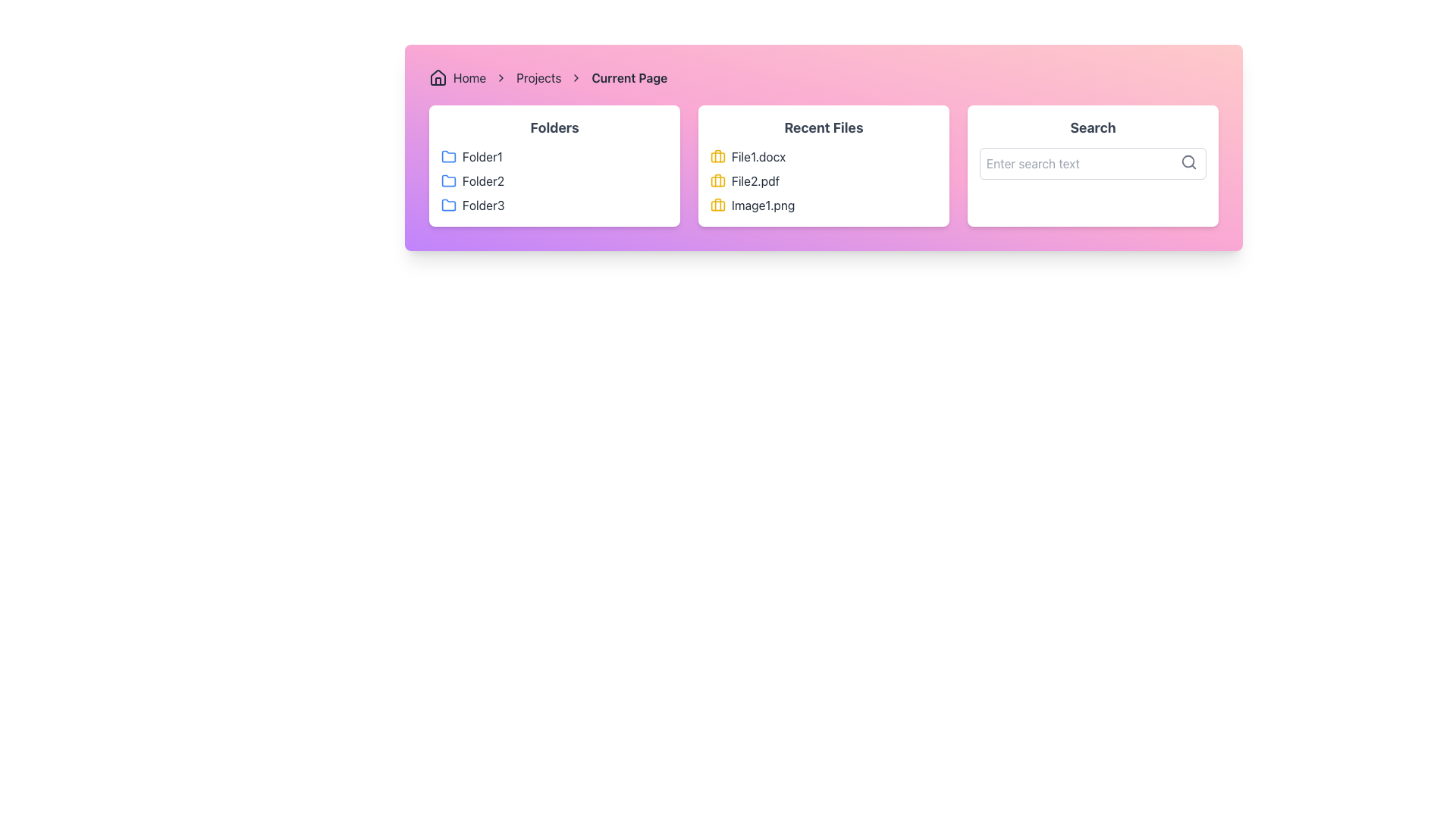 The width and height of the screenshot is (1456, 819). What do you see at coordinates (763, 205) in the screenshot?
I see `the text label for 'Image1.png' located in the 'Recent Files' section` at bounding box center [763, 205].